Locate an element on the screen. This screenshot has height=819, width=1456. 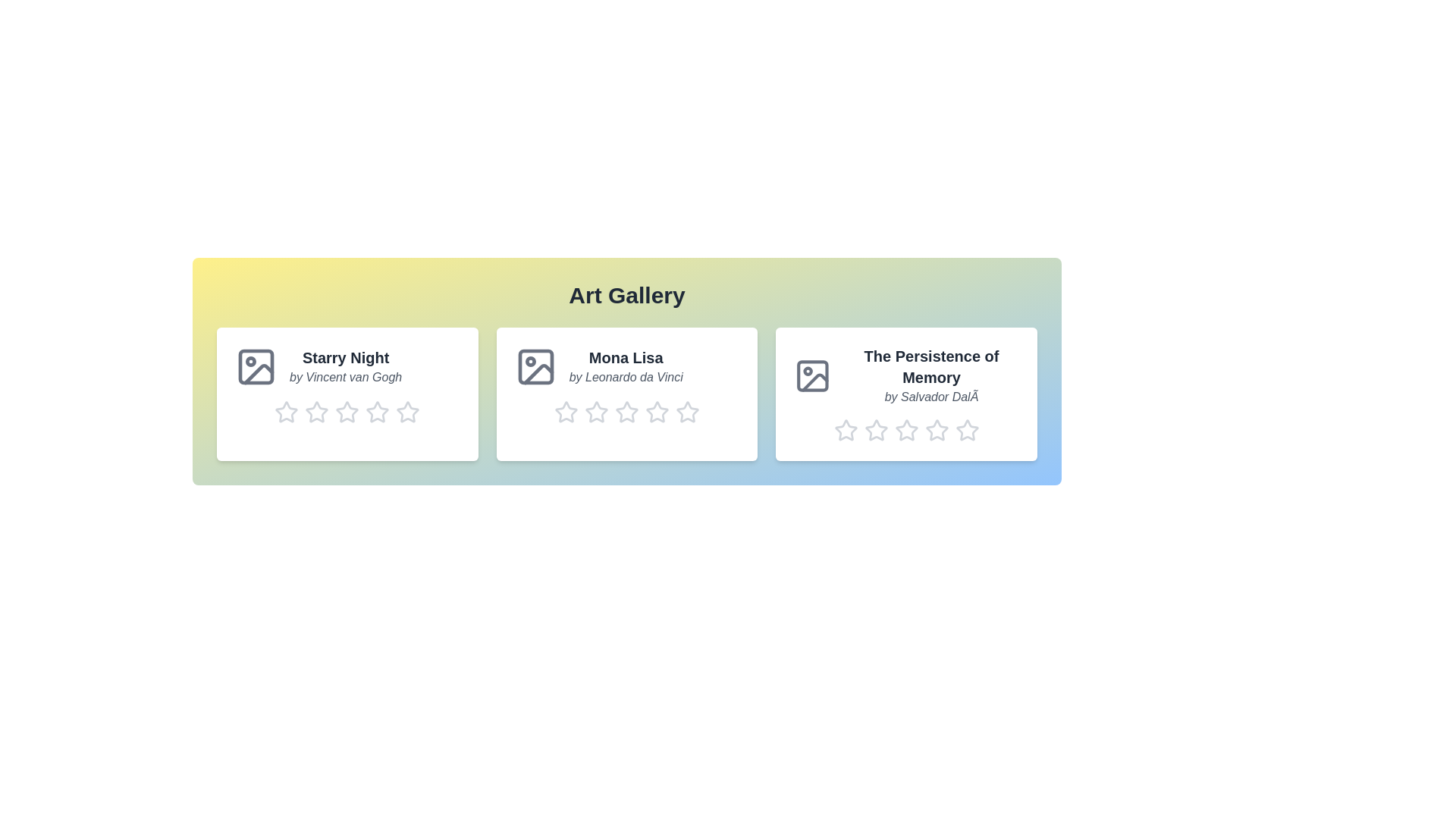
the rating of artwork 3 to 1 stars is located at coordinates (833, 430).